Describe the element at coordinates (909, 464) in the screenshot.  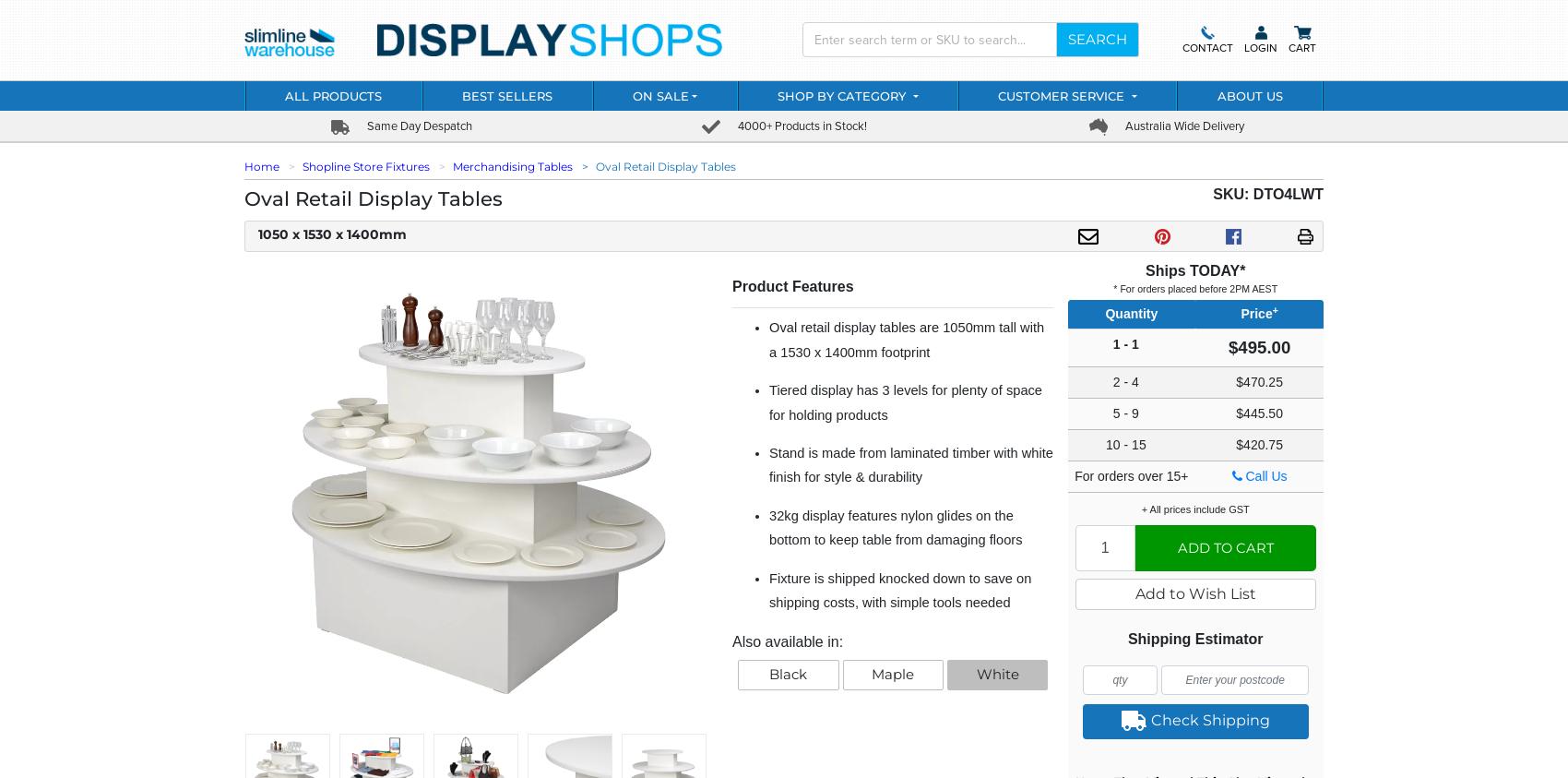
I see `'Stand is made from laminated timber with white finish for style & durability'` at that location.